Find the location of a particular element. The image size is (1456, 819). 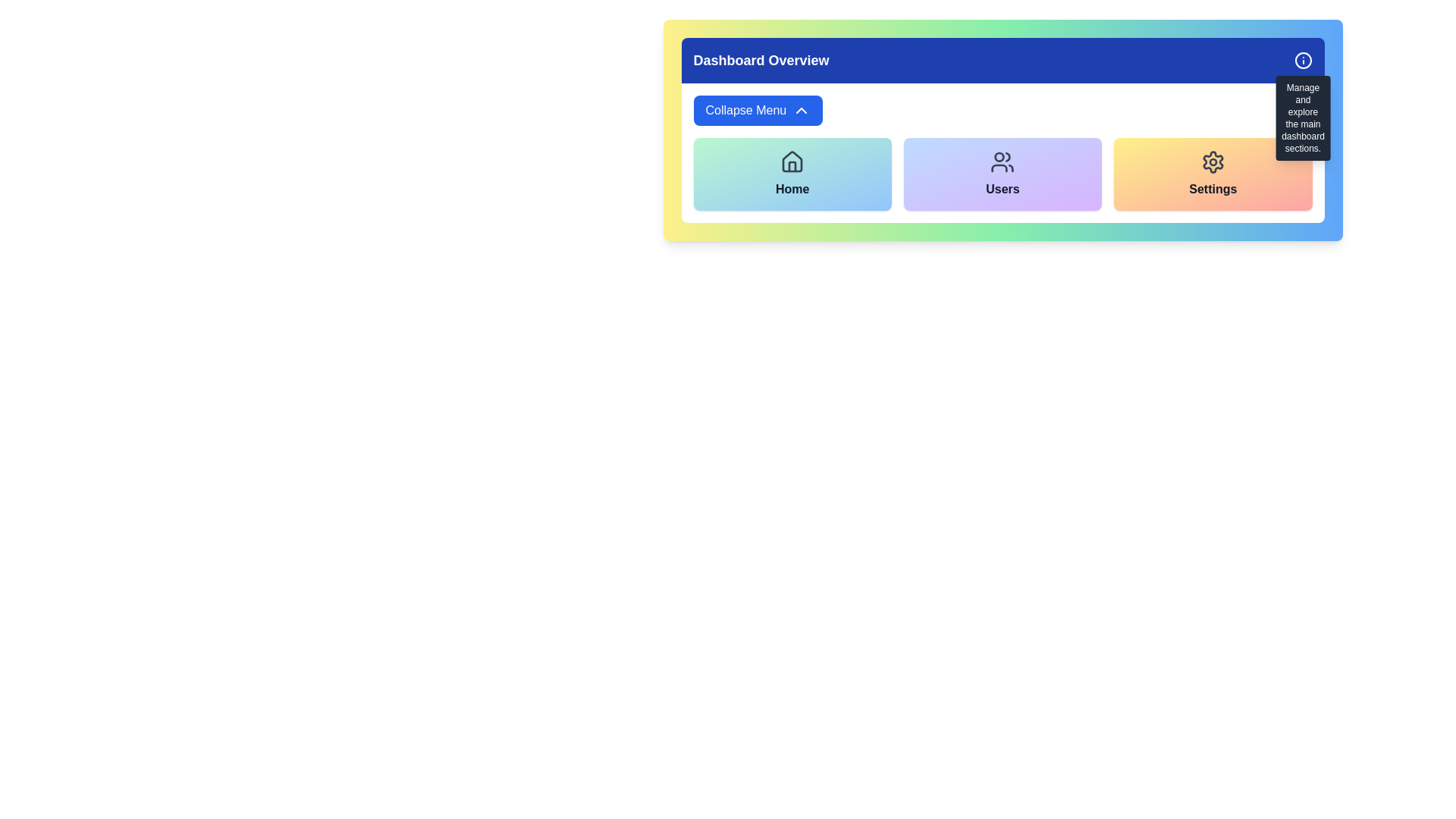

the settings icon located at the center of the 'Settings' card, which is the rightmost card in a group of four cards, above the text 'Settings' is located at coordinates (1212, 162).